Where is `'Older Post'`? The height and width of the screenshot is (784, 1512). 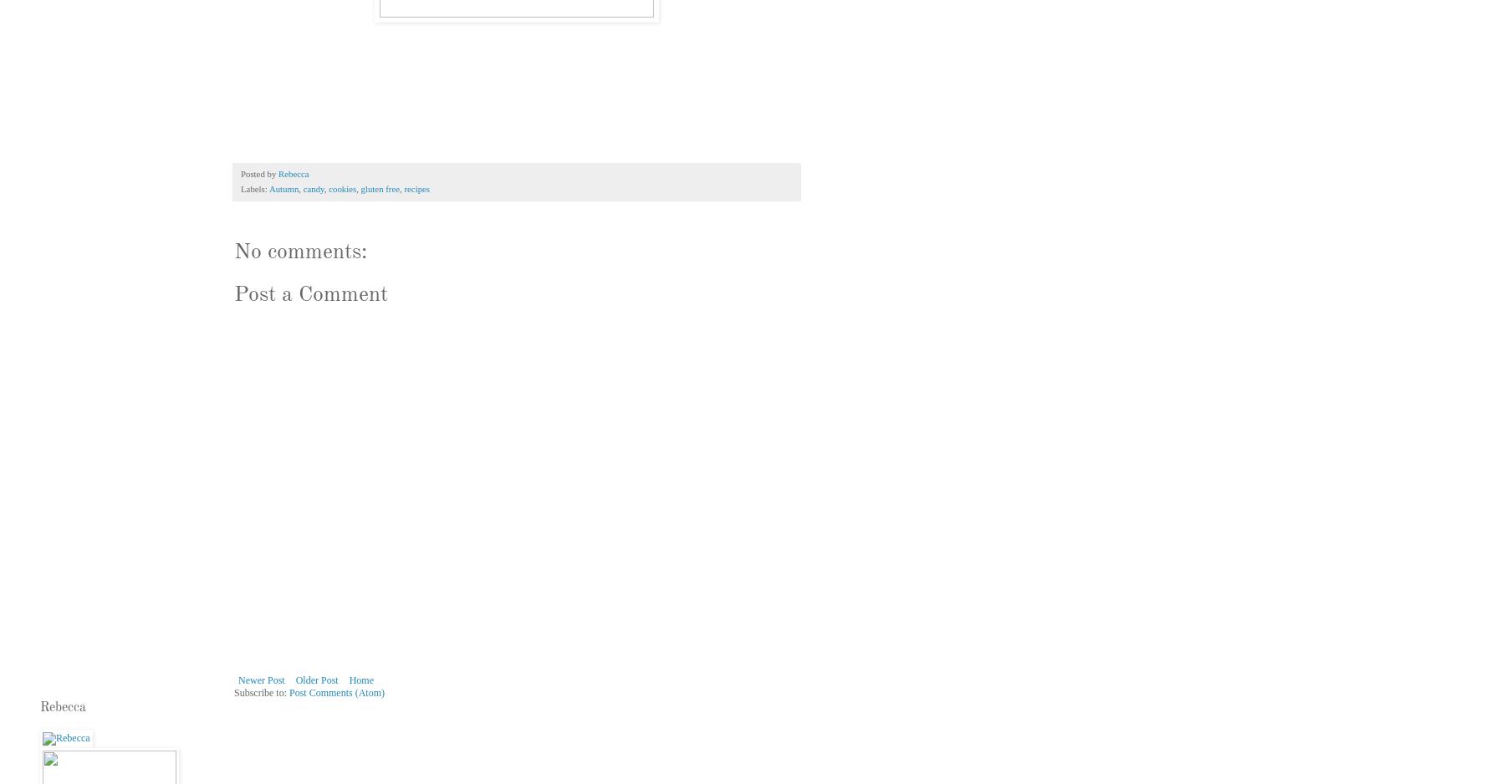
'Older Post' is located at coordinates (315, 680).